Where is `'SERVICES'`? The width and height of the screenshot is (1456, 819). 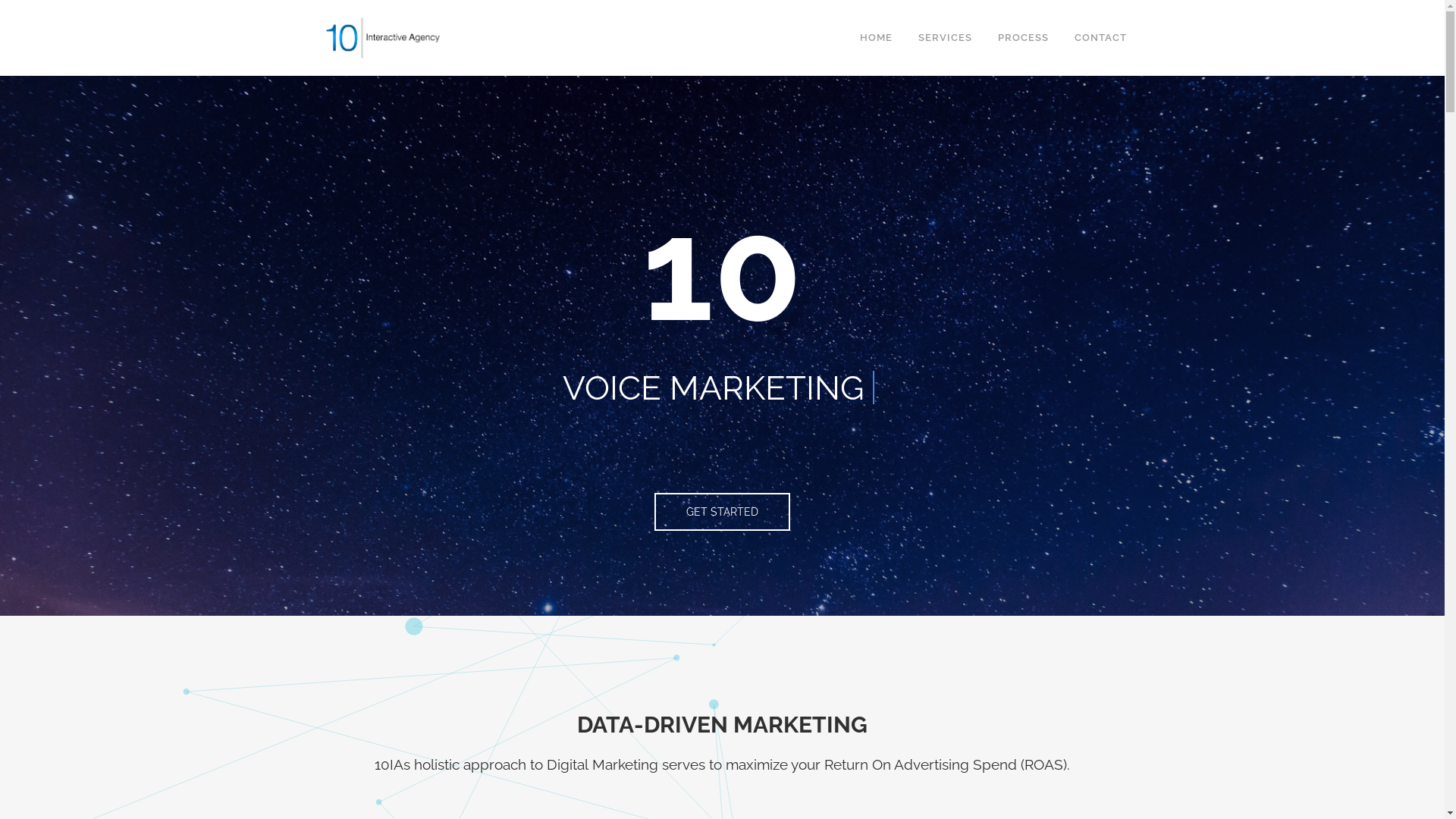 'SERVICES' is located at coordinates (944, 37).